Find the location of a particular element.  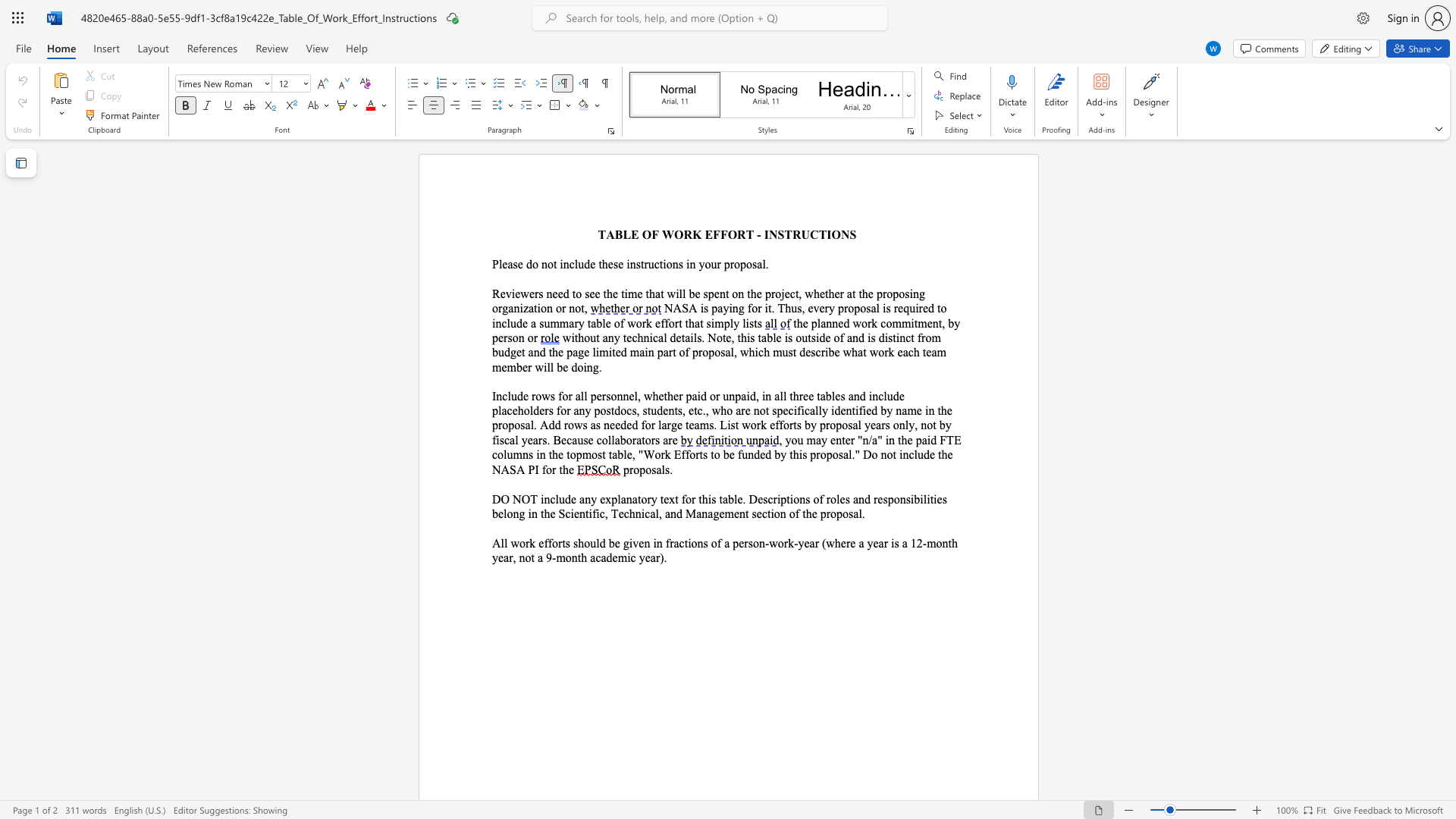

the subset text "work-year (where a year is a 12-month year, n" within the text "All work efforts should be given in fractions of a person-work-year (where a year is a 12-month year, not a 9-month academic year)." is located at coordinates (769, 542).